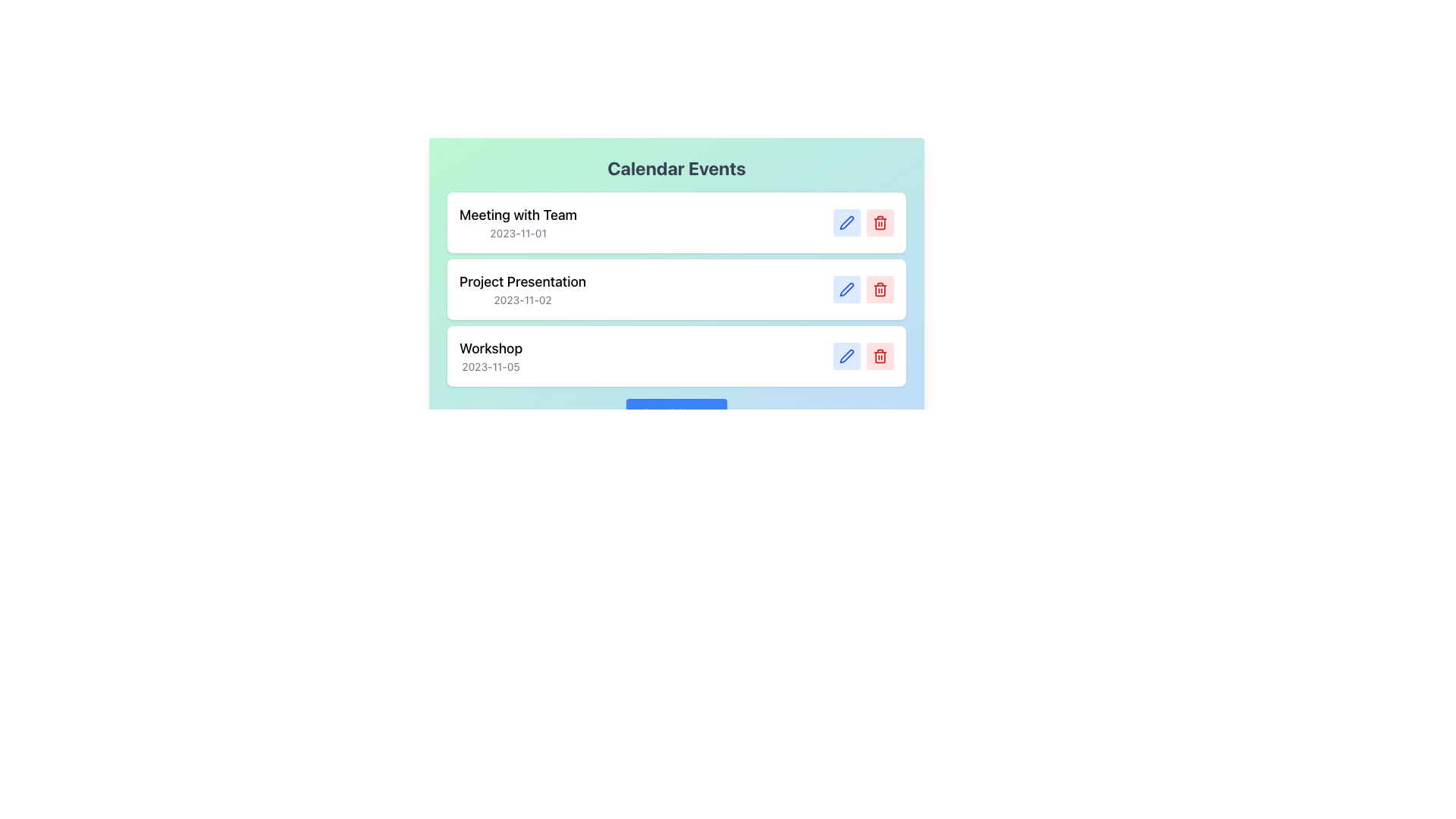 This screenshot has height=819, width=1456. What do you see at coordinates (676, 356) in the screenshot?
I see `event title and date of the calendar event entry titled 'Workshop' scheduled for '2023-11-05', which is the third item in the list of calendar events` at bounding box center [676, 356].